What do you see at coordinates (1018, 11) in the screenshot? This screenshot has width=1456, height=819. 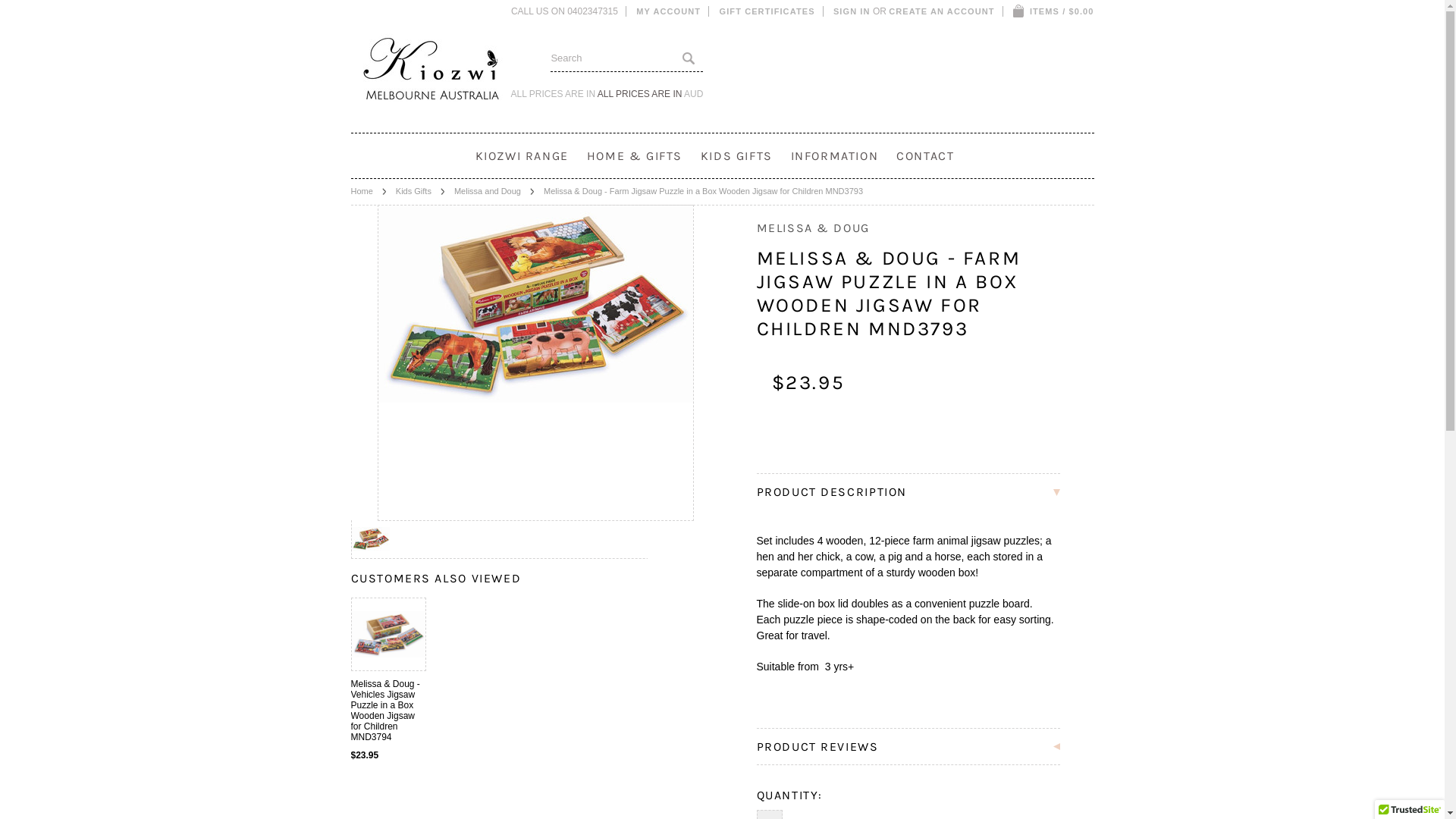 I see `'View Cart'` at bounding box center [1018, 11].